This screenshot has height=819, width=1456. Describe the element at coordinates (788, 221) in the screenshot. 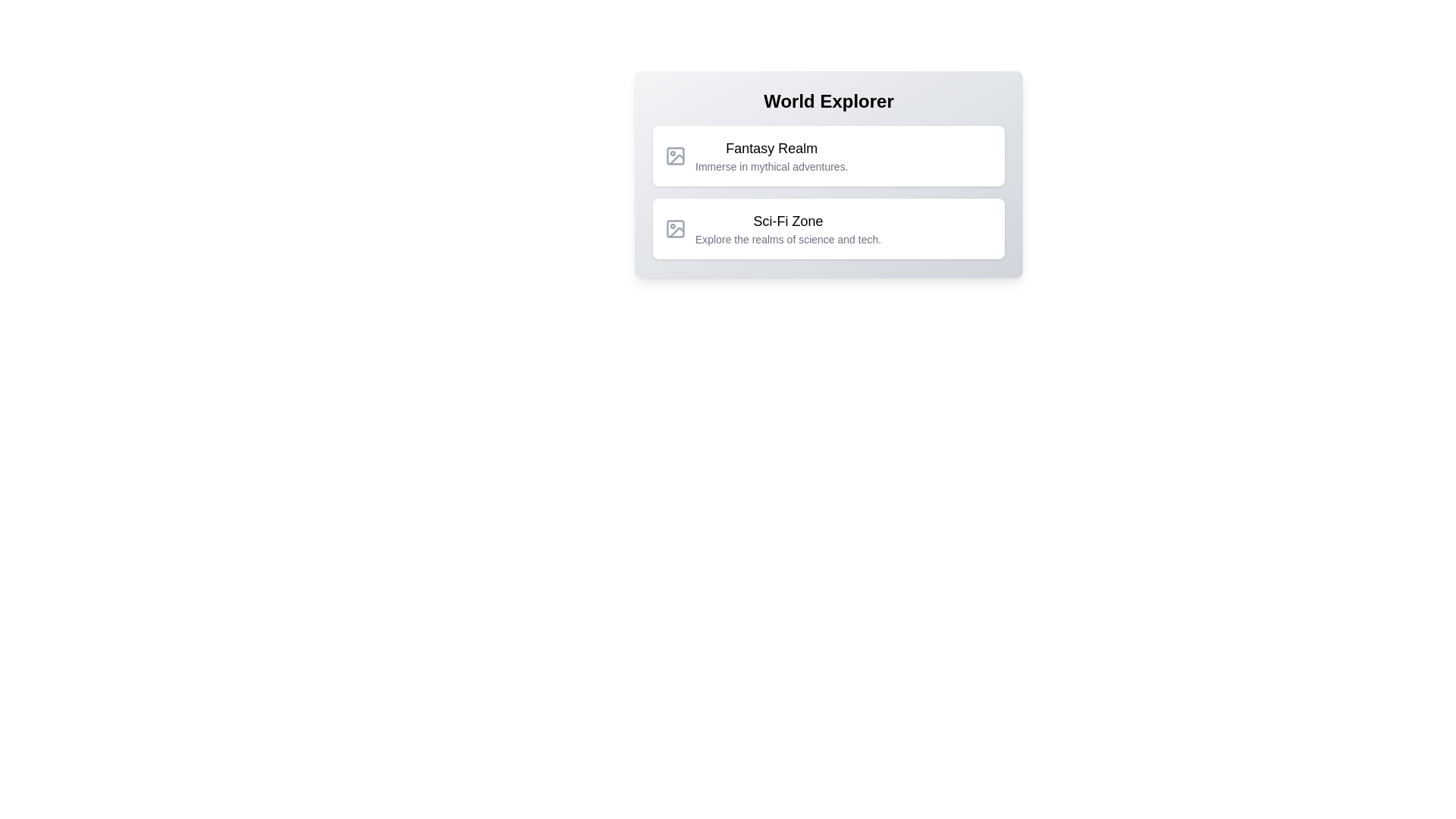

I see `the 'Sci-Fi Zone' text label` at that location.